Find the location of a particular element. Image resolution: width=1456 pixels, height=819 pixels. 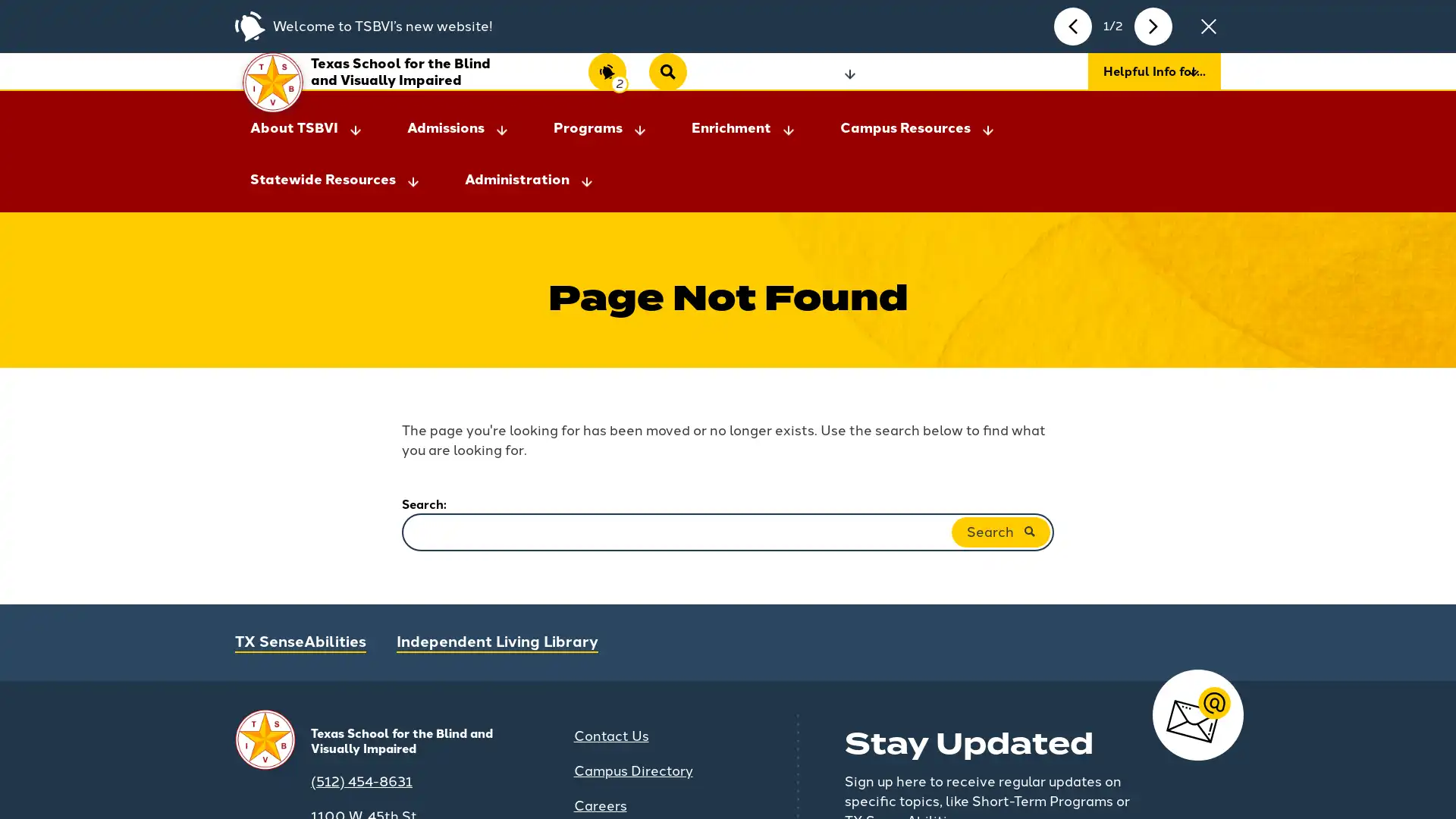

Search is located at coordinates (1001, 513).